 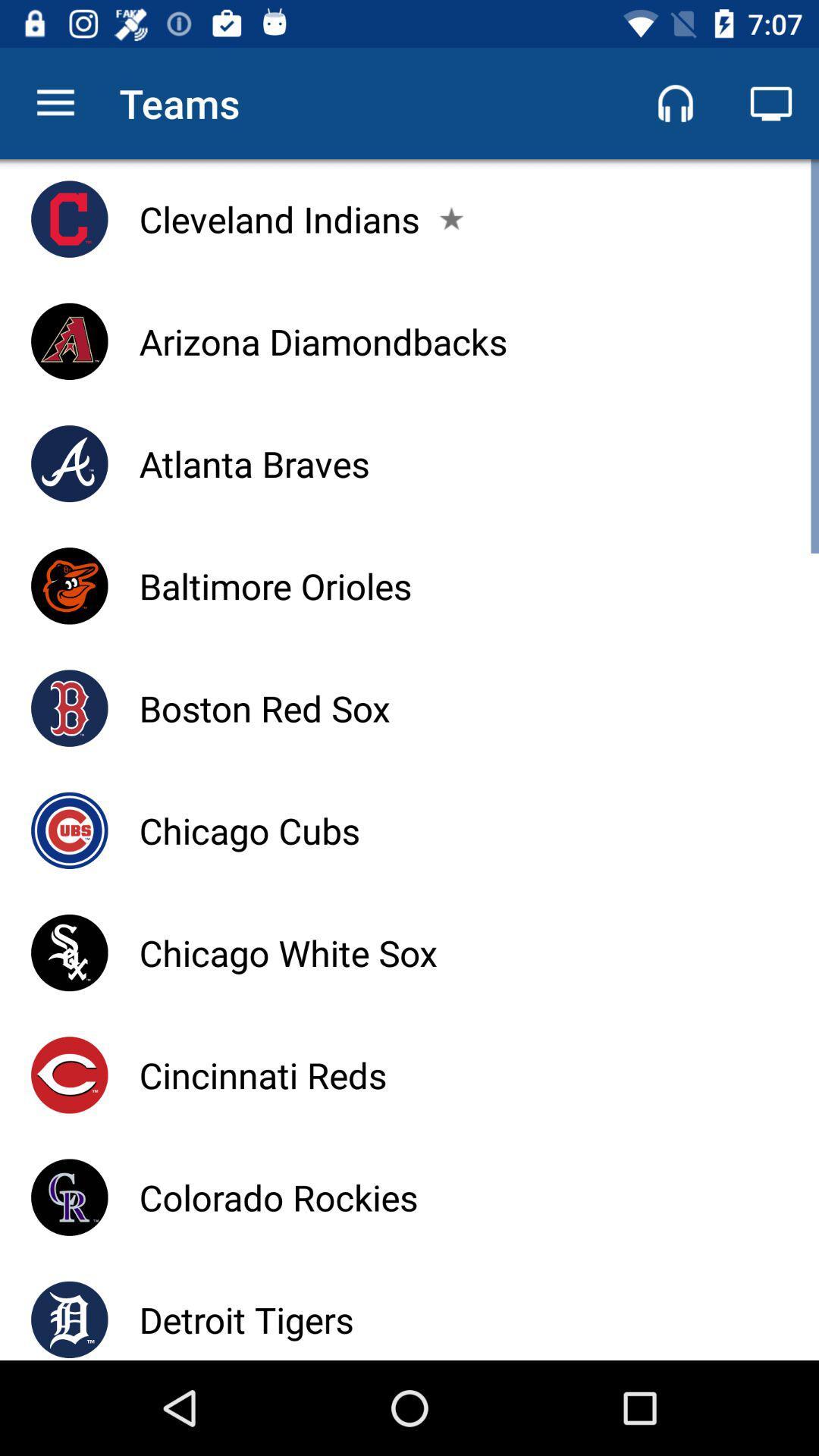 What do you see at coordinates (675, 102) in the screenshot?
I see `icon to the right of teams app` at bounding box center [675, 102].